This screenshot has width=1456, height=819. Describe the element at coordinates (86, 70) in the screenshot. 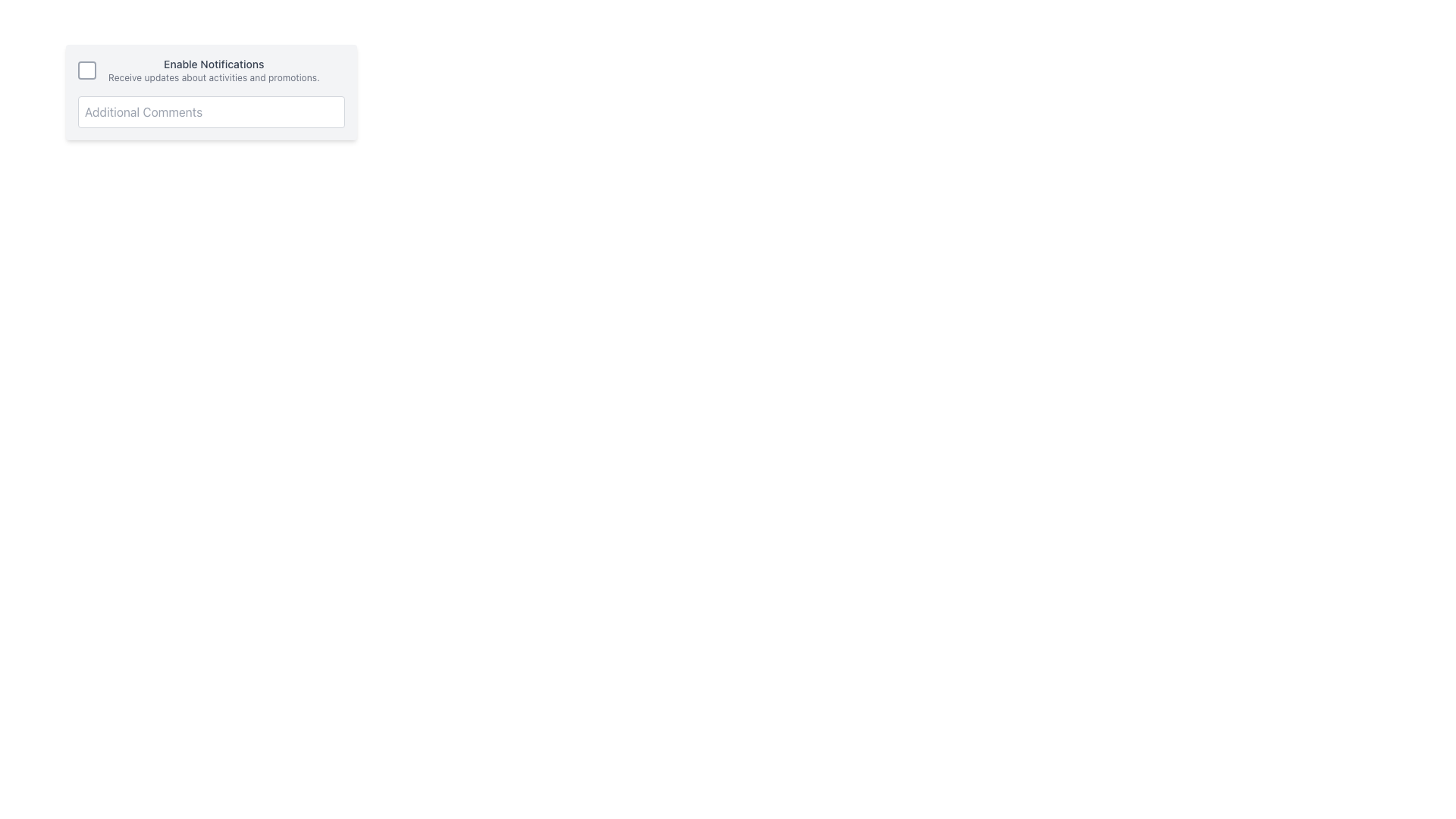

I see `the empty checkbox located to the left of the 'Enable Notifications' text` at that location.